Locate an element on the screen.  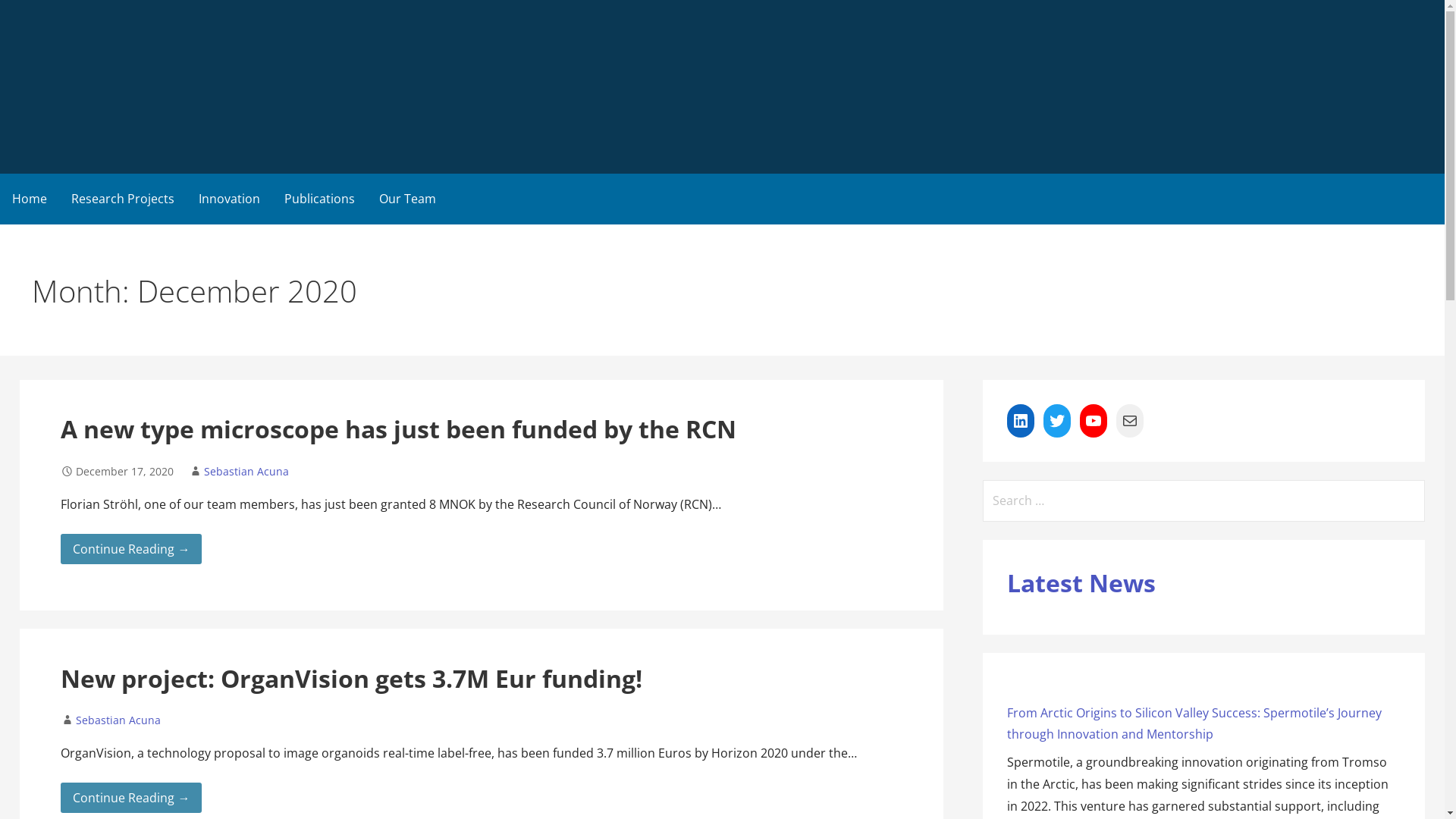
'Mail' is located at coordinates (1116, 421).